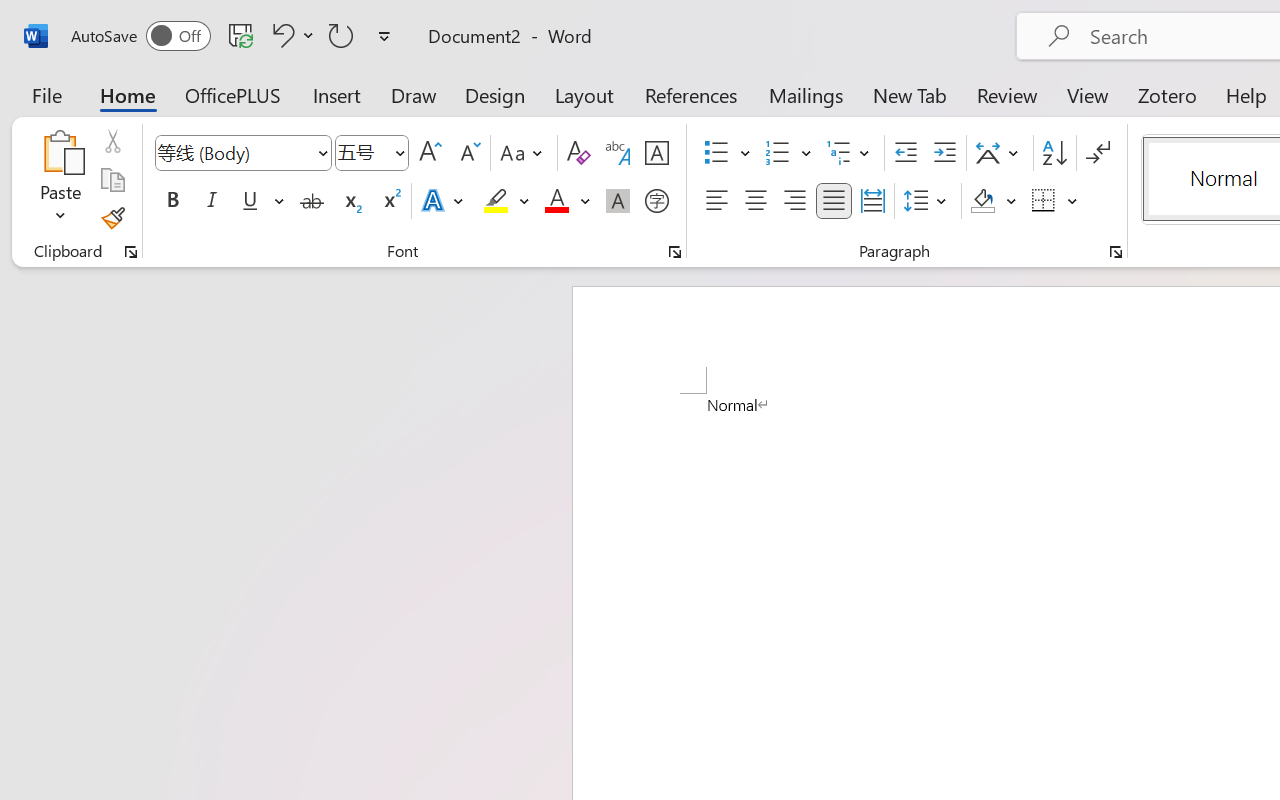  What do you see at coordinates (1087, 94) in the screenshot?
I see `'View'` at bounding box center [1087, 94].